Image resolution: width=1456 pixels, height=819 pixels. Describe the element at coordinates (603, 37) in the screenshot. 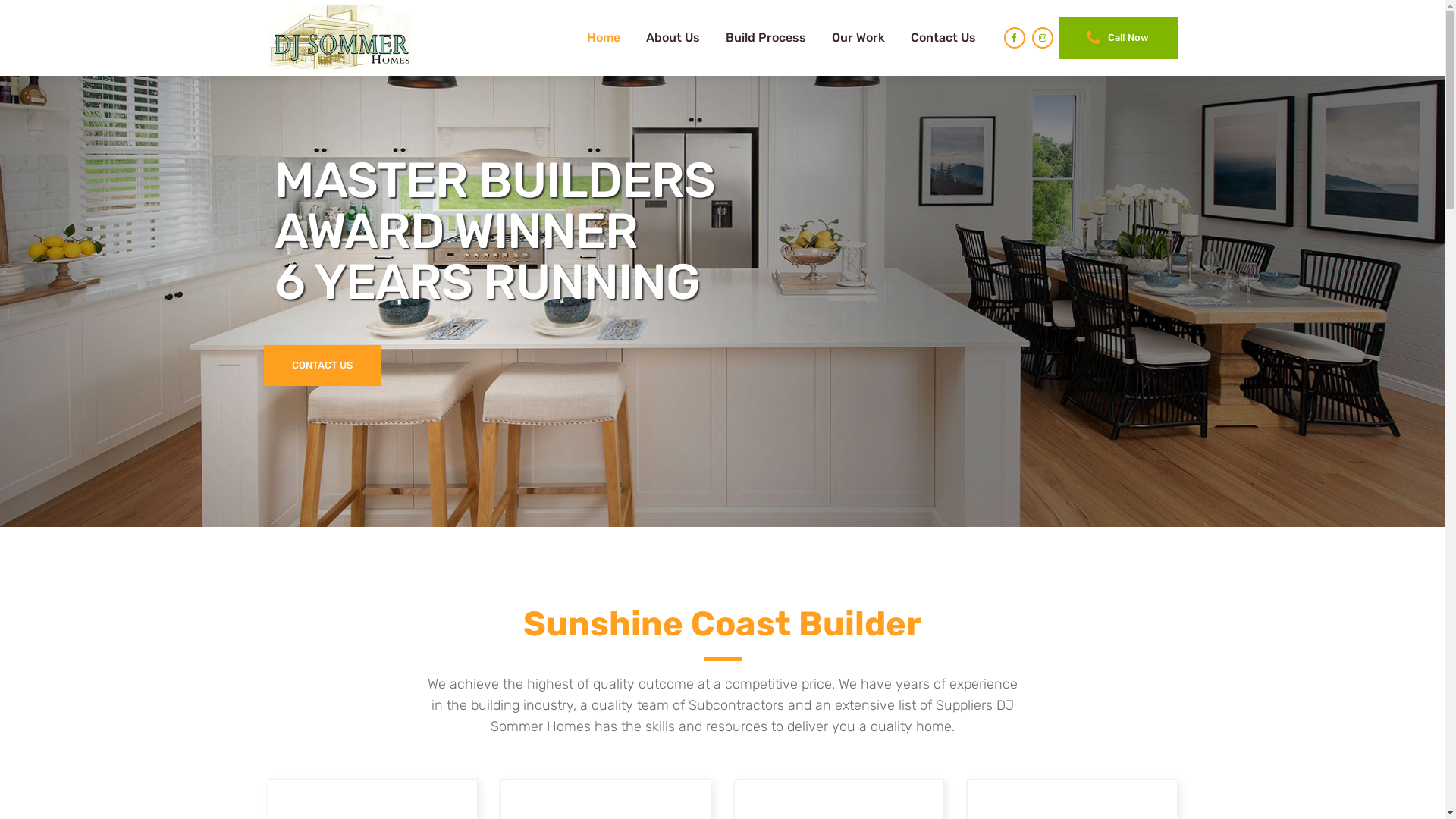

I see `'Home'` at that location.